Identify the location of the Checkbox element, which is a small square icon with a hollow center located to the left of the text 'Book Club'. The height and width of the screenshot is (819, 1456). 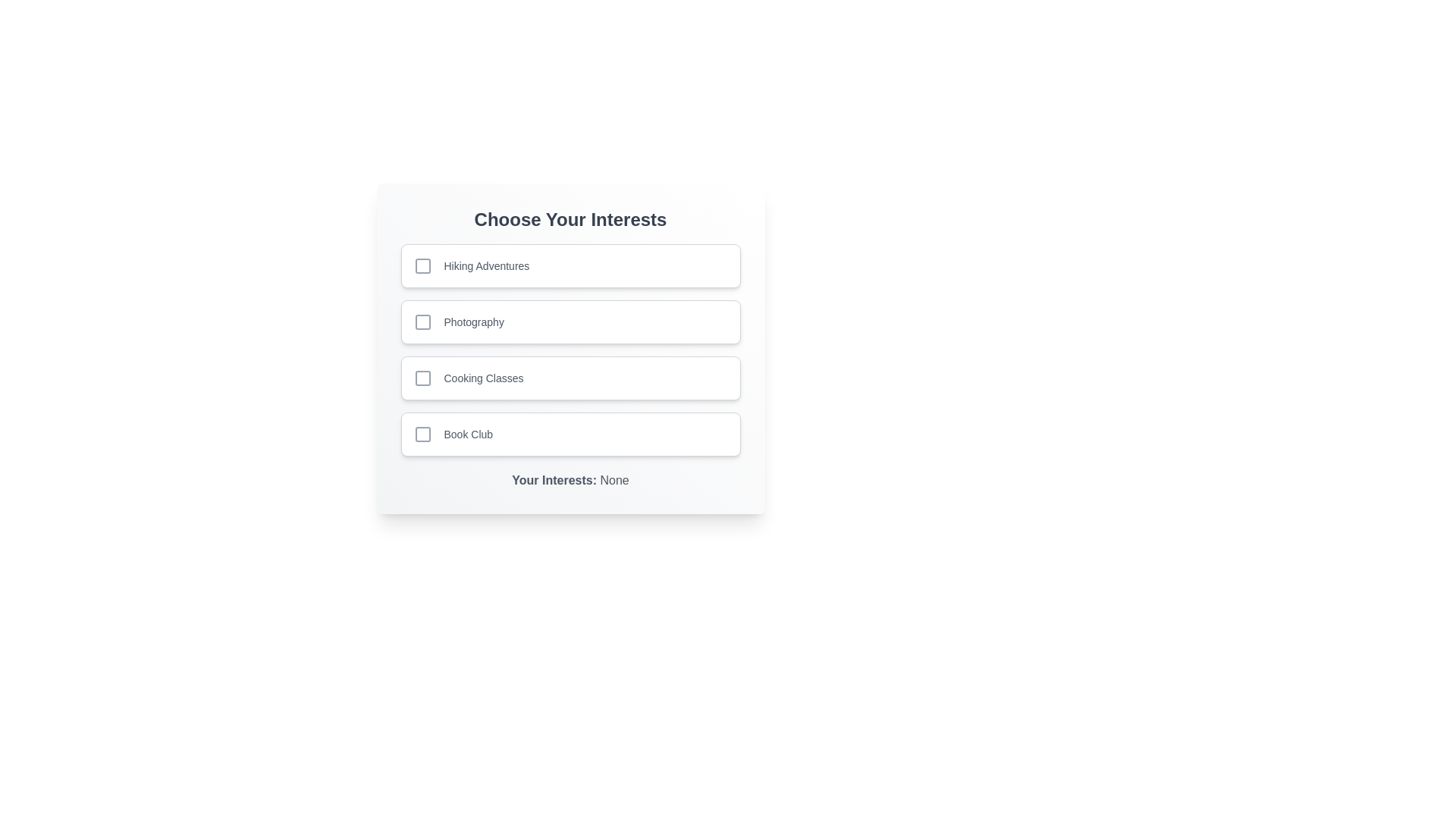
(422, 435).